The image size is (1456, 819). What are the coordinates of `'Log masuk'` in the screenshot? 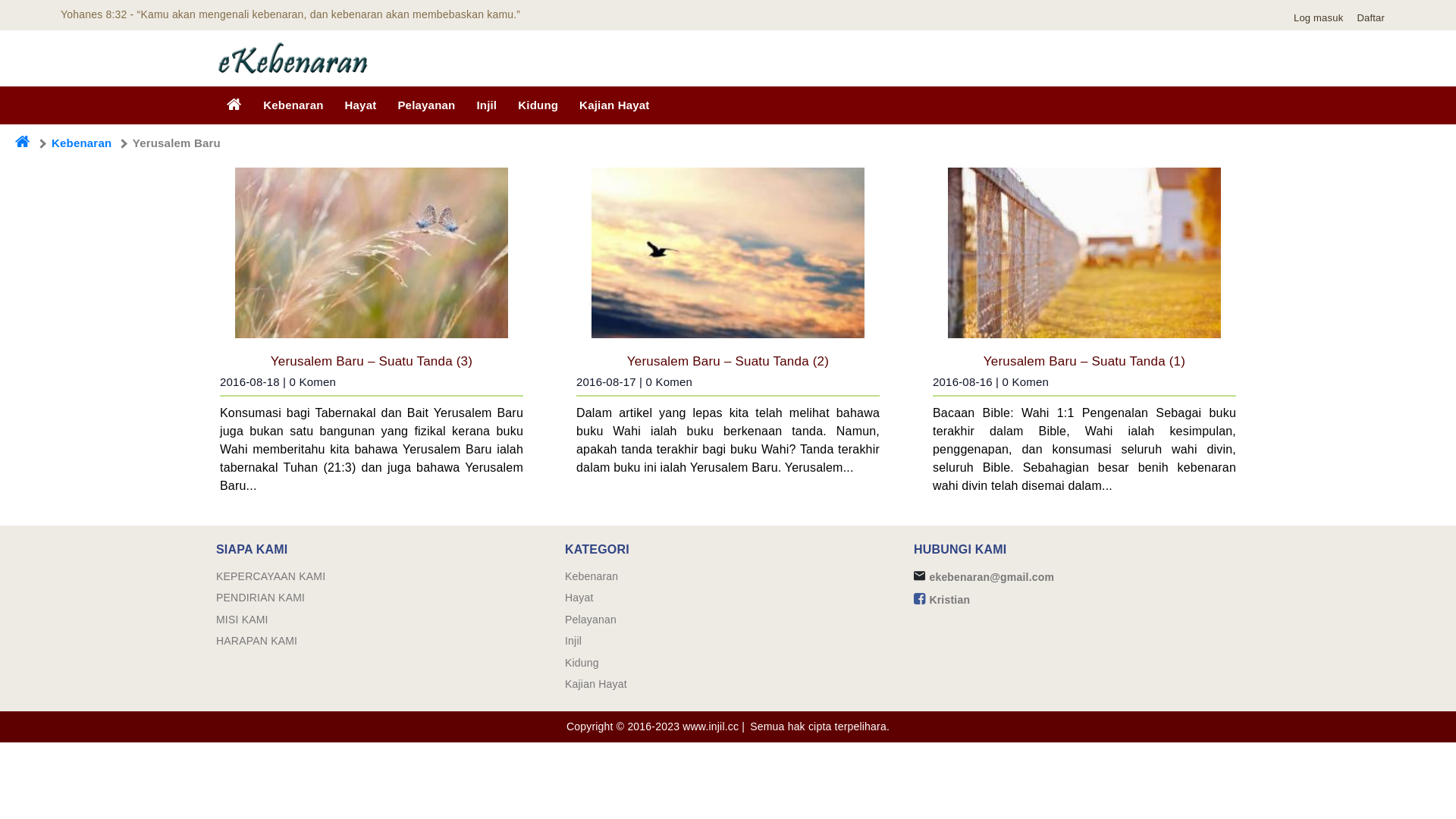 It's located at (1321, 17).